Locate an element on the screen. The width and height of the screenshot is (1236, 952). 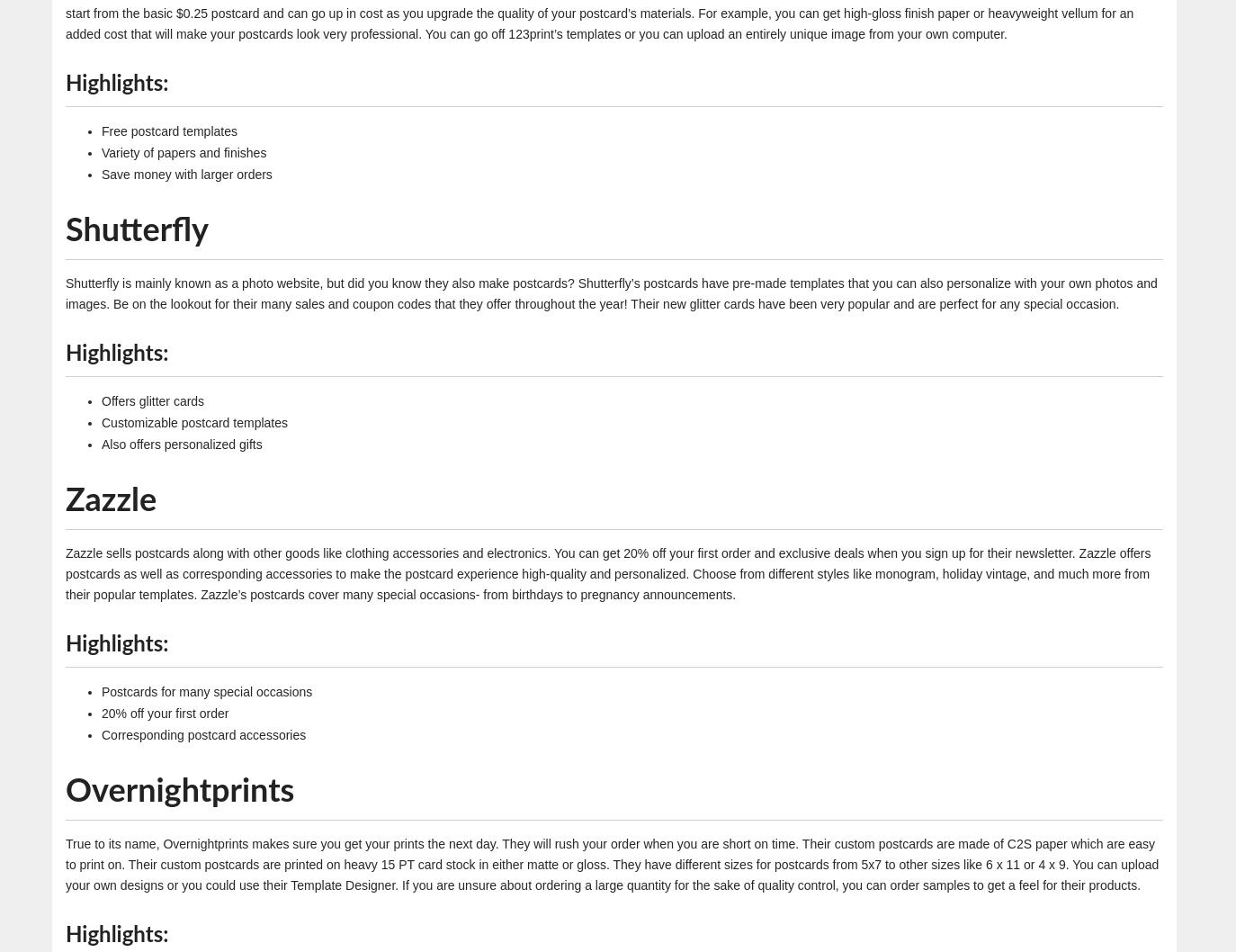
'Shutterfly is mainly known as a photo website, but did you know they also make postcards? Shutterfly’s postcards have pre-made templates that you can also personalize with your own photos and images. Be on the lookout for their many sales and coupon codes that they offer throughout the year! Their new glitter cards have been very popular and are perfect for any special occasion.' is located at coordinates (611, 292).